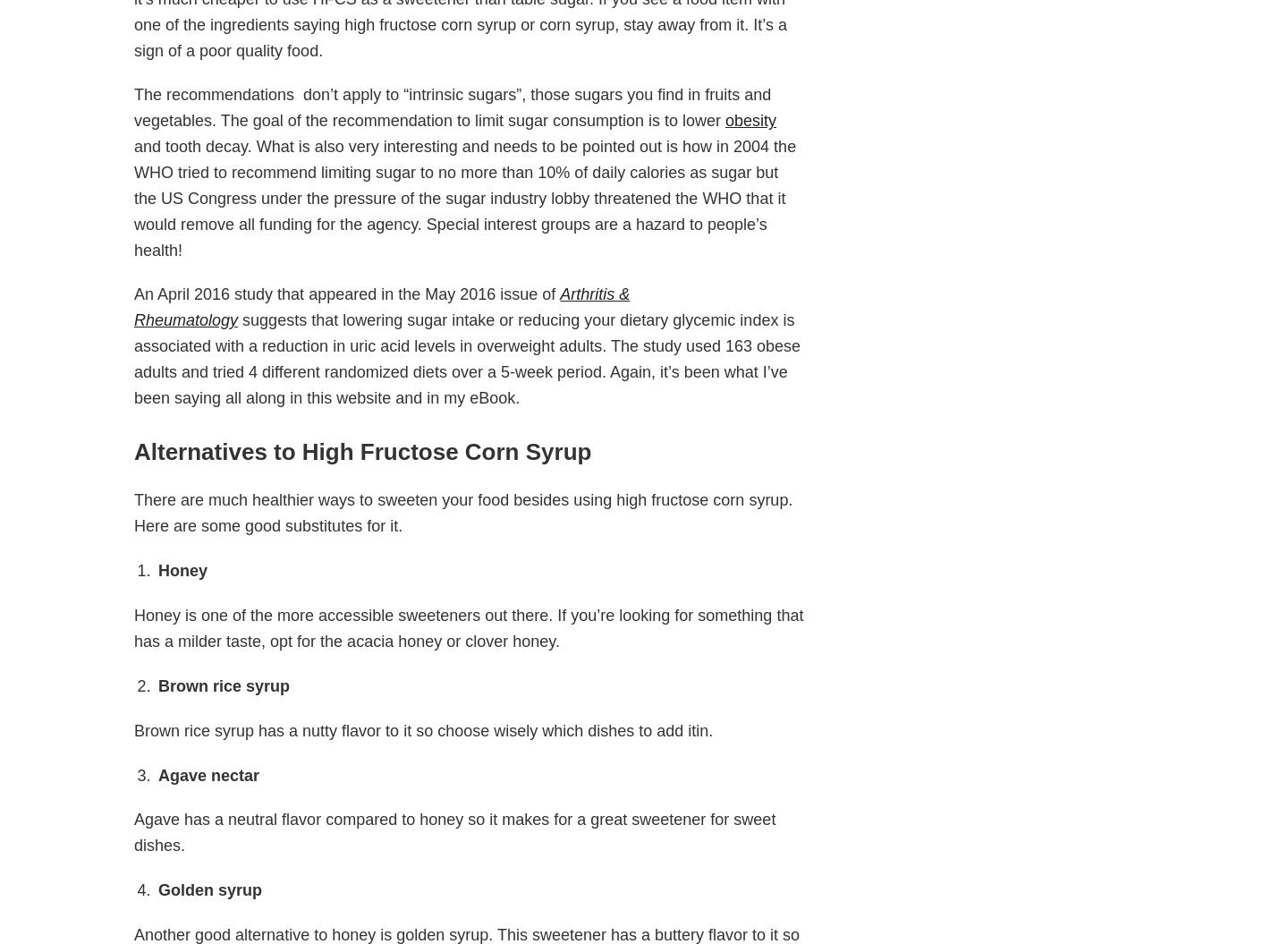 Image resolution: width=1288 pixels, height=944 pixels. Describe the element at coordinates (133, 626) in the screenshot. I see `'Honey is one of the more accessible sweeteners out there. If you’re looking for something that has a milder taste, opt for the acacia honey or clover honey.'` at that location.